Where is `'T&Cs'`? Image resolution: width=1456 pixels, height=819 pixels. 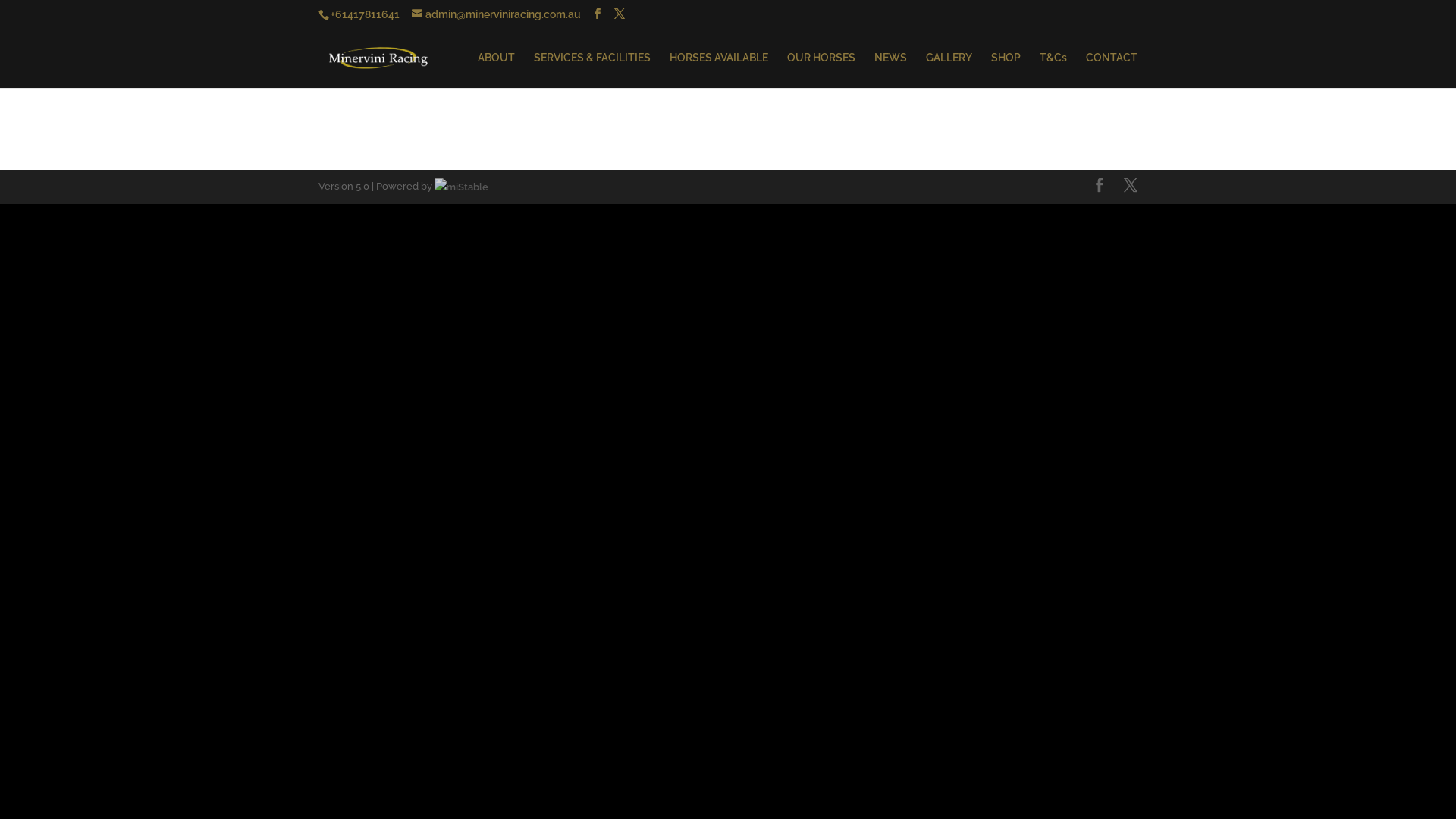 'T&Cs' is located at coordinates (1052, 70).